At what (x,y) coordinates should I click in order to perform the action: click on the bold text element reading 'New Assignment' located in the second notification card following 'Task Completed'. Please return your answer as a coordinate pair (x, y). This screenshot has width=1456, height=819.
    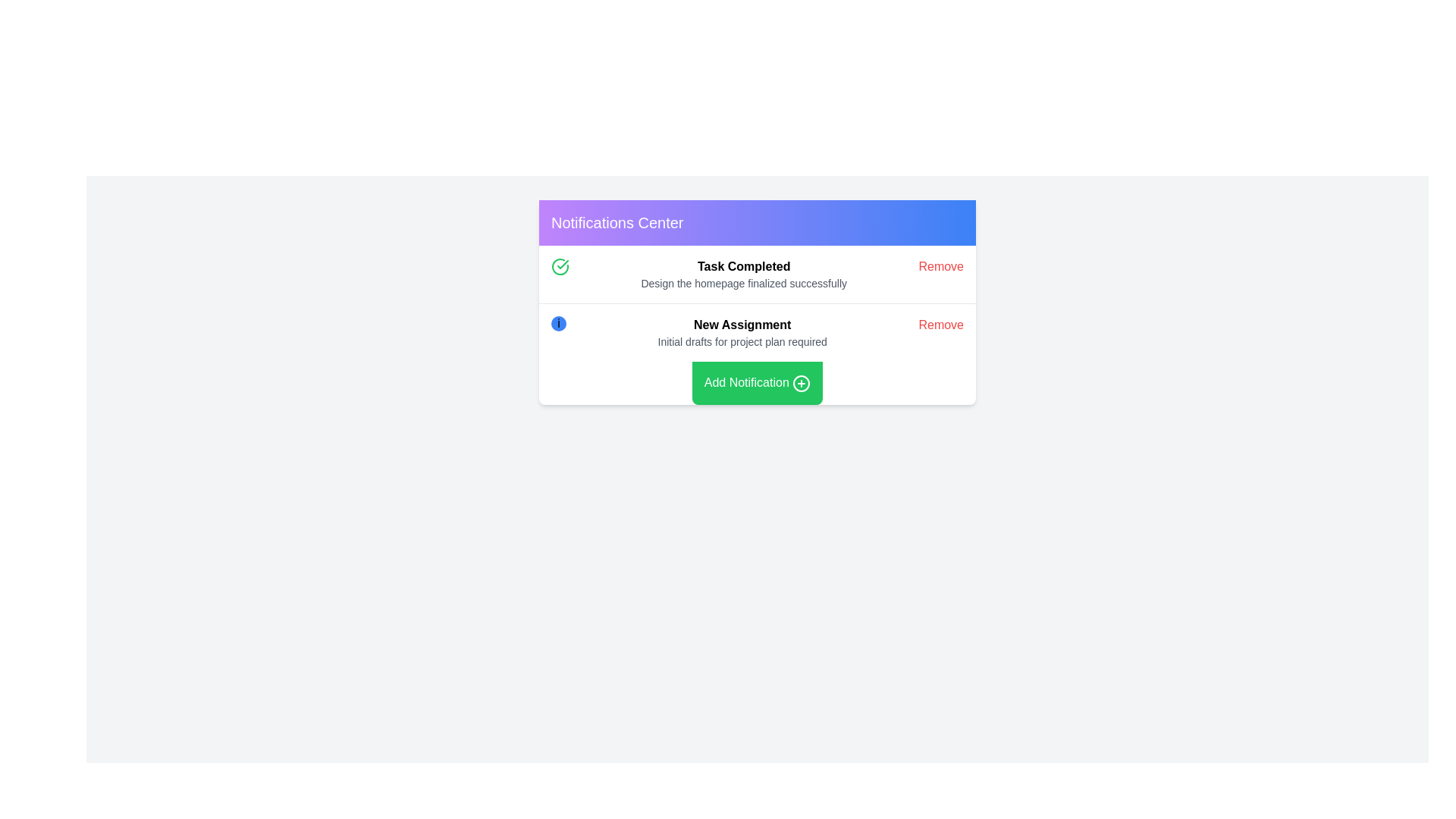
    Looking at the image, I should click on (742, 324).